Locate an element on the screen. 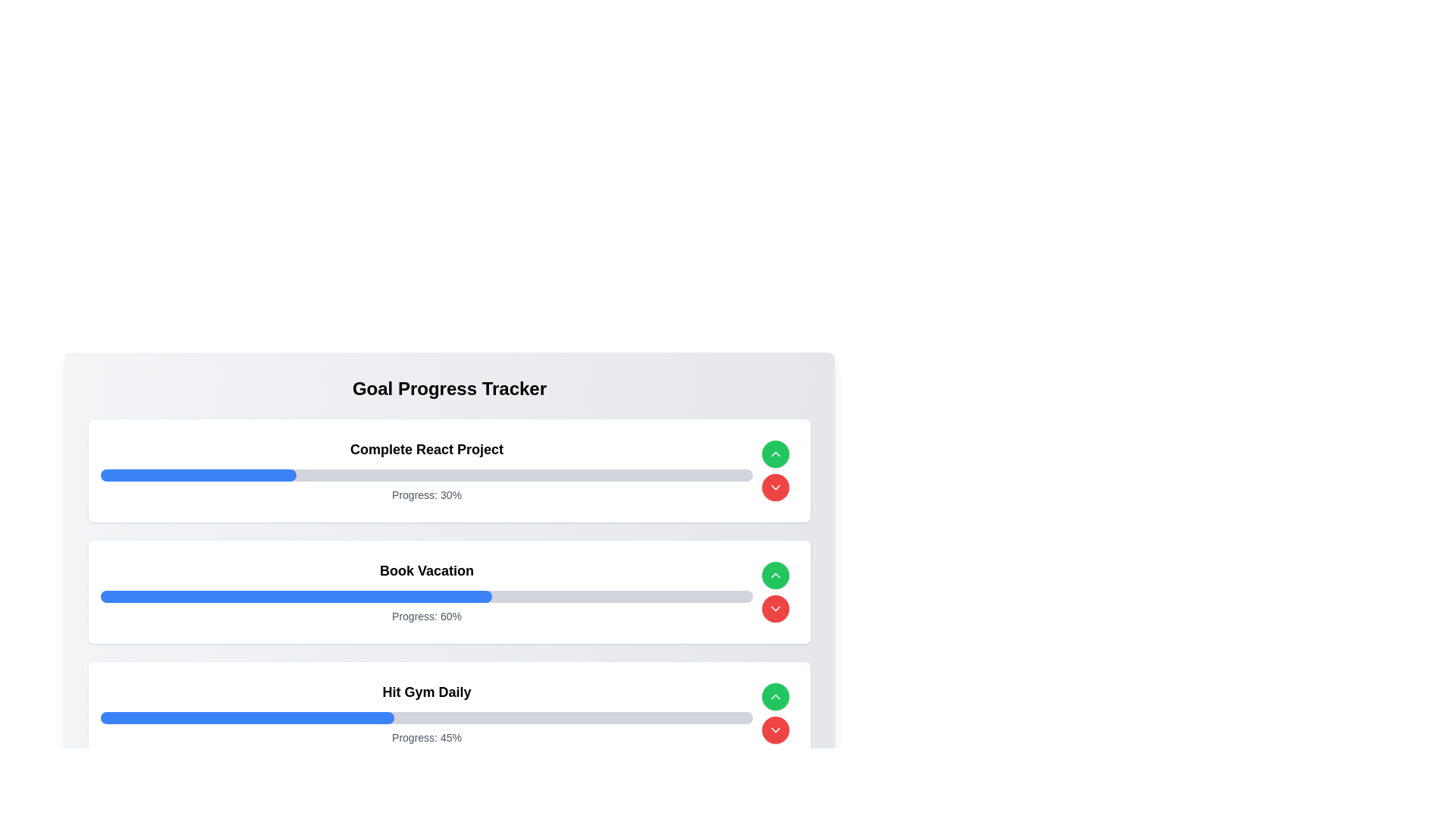  the completion percentage label located below the progress bar for the 'Complete React Project' task is located at coordinates (425, 494).